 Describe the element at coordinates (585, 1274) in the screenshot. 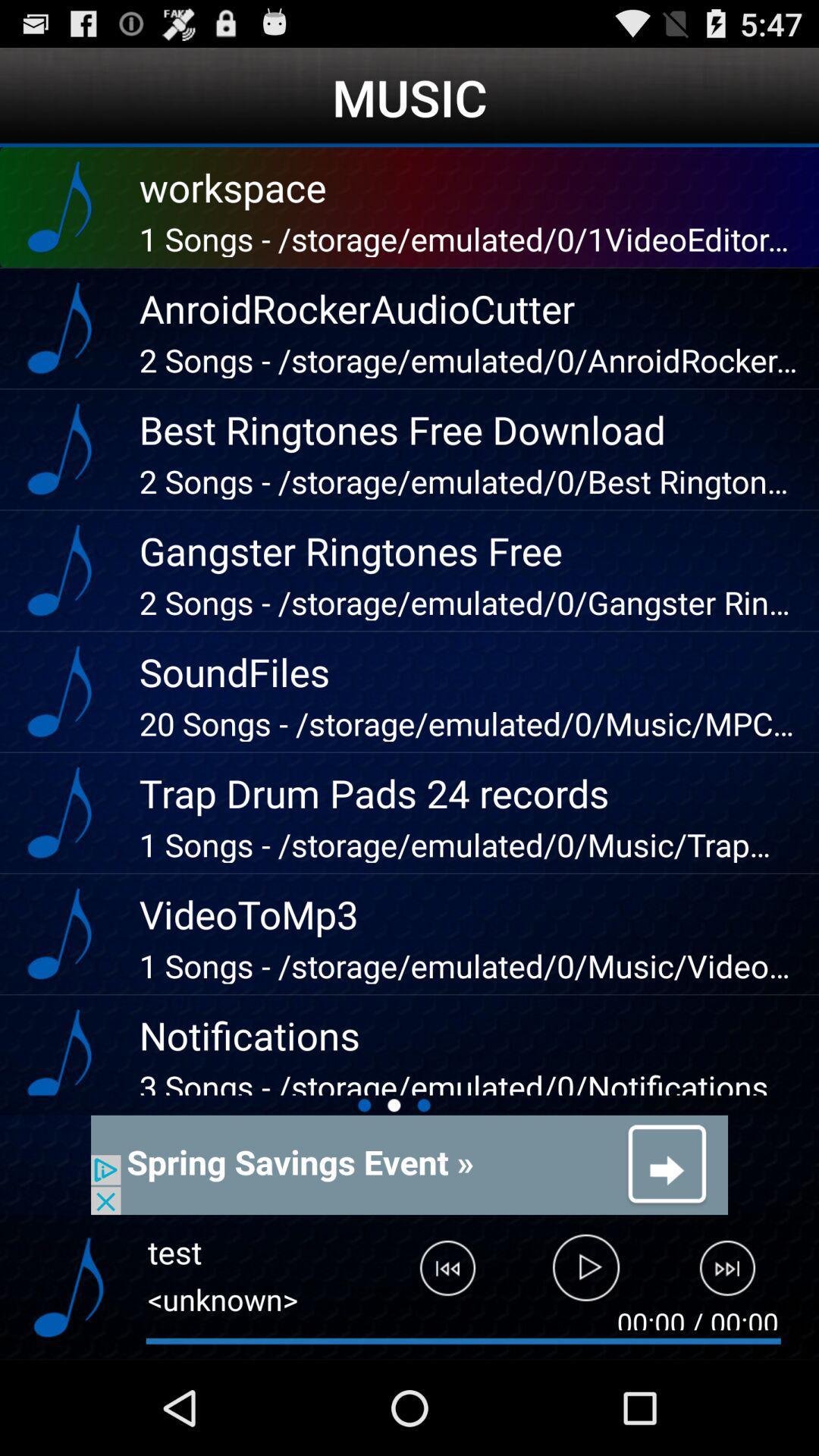

I see `play` at that location.